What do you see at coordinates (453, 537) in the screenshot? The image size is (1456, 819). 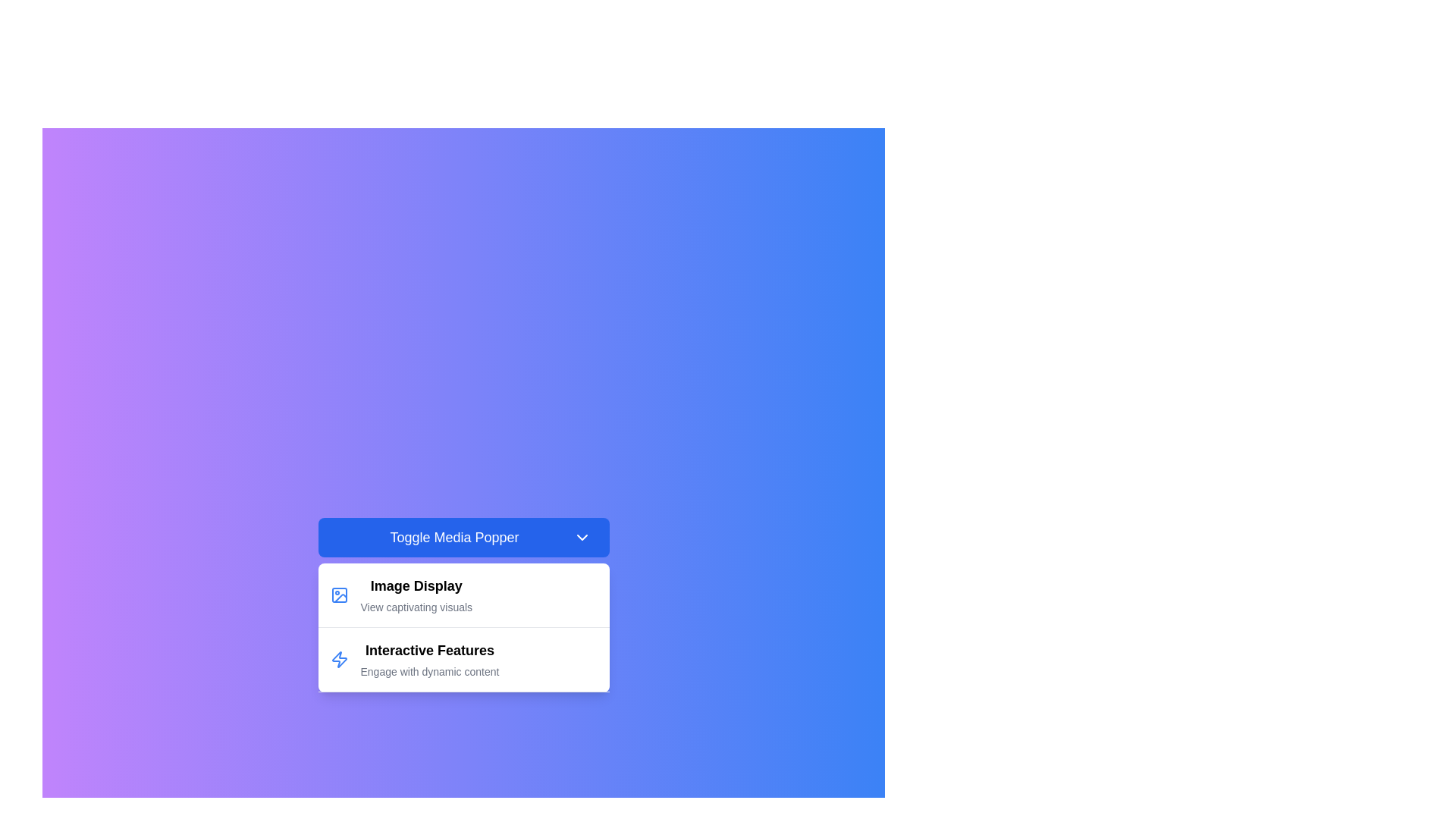 I see `the central text label within the blue button to provide visual feedback for toggling a media-related pop-up or panel` at bounding box center [453, 537].